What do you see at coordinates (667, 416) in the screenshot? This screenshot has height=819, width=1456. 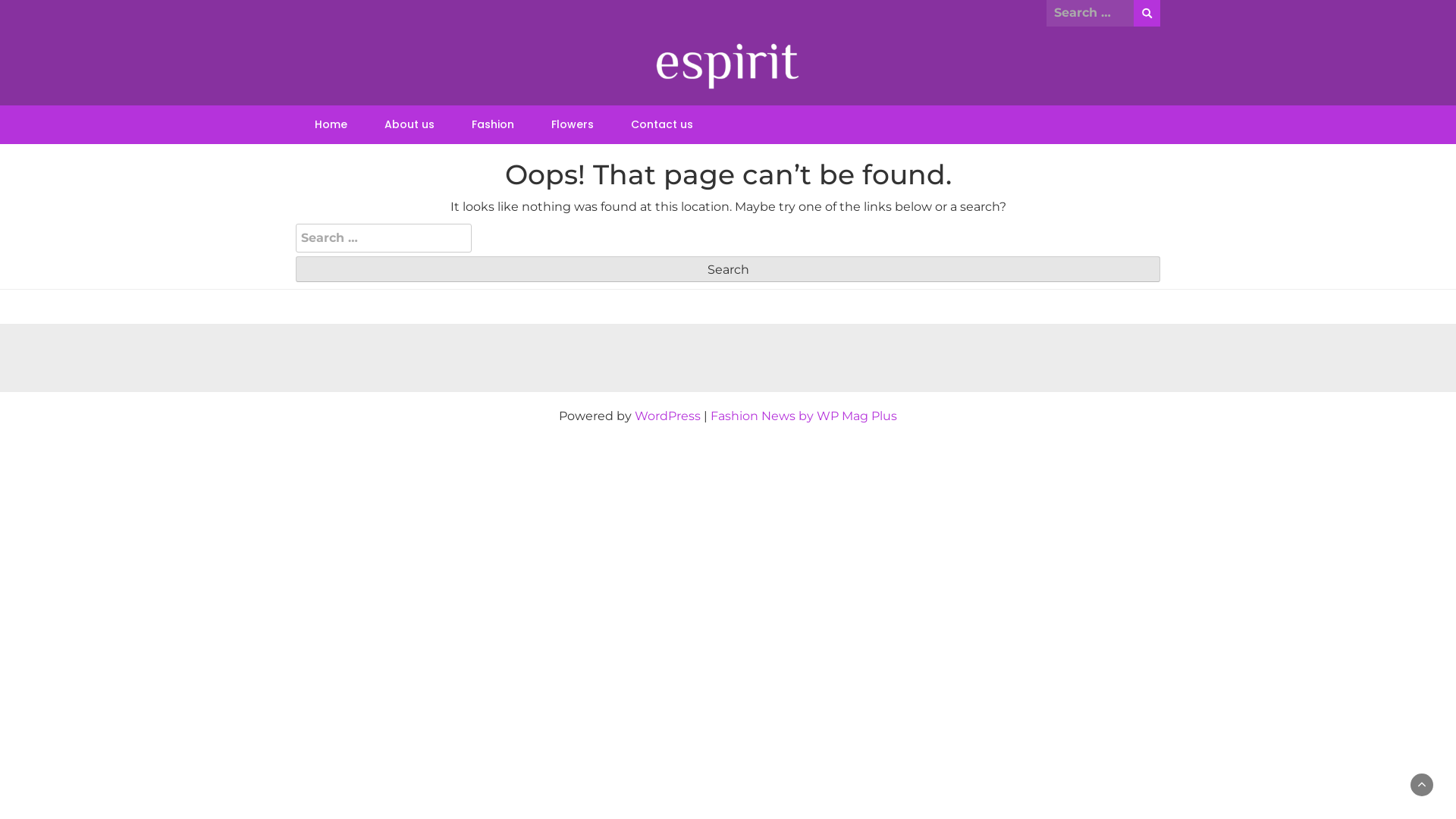 I see `'WordPress'` at bounding box center [667, 416].